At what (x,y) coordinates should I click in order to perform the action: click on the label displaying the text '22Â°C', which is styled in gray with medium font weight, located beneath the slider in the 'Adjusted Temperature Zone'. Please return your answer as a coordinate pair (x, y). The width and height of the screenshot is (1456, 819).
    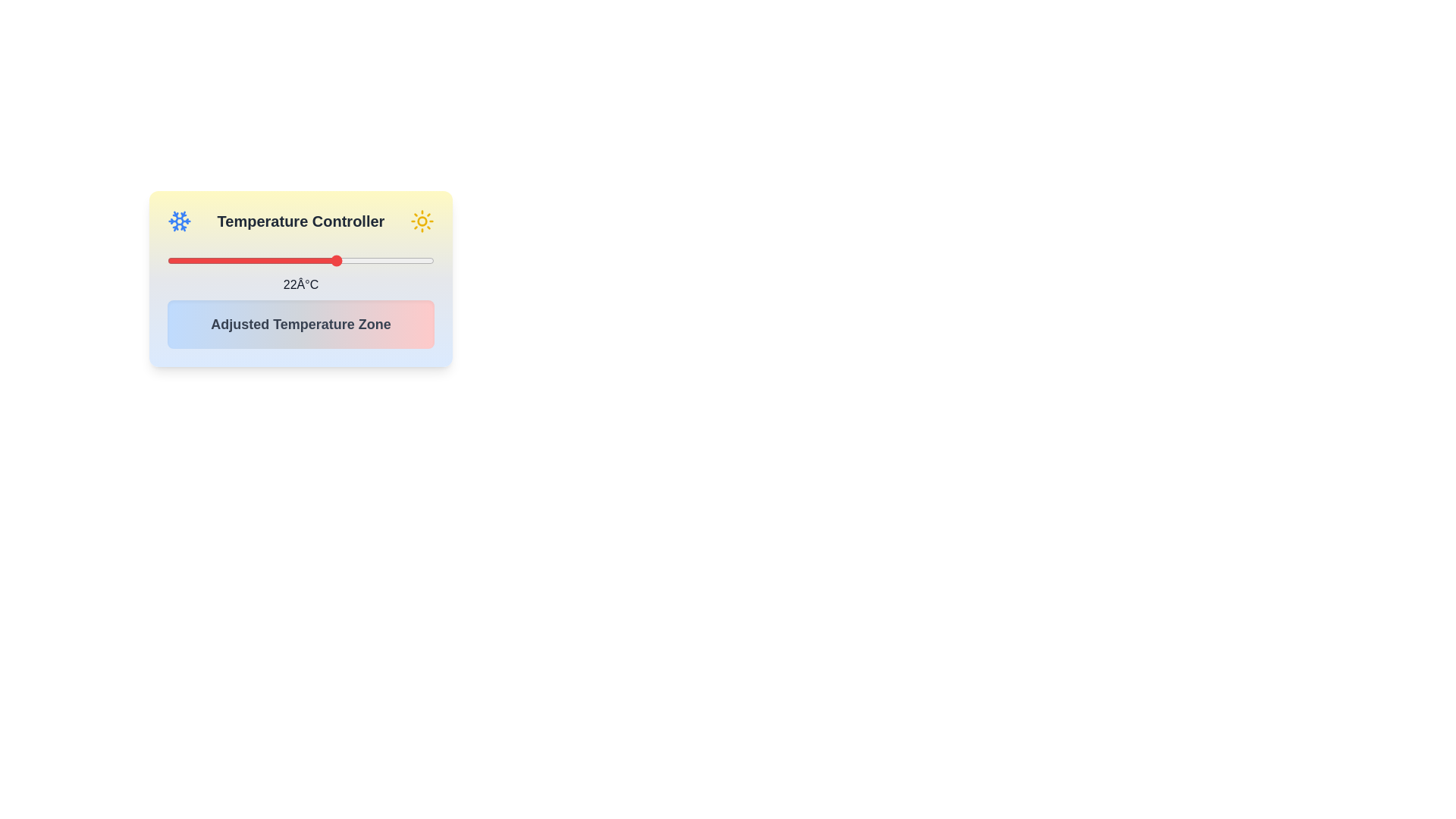
    Looking at the image, I should click on (301, 284).